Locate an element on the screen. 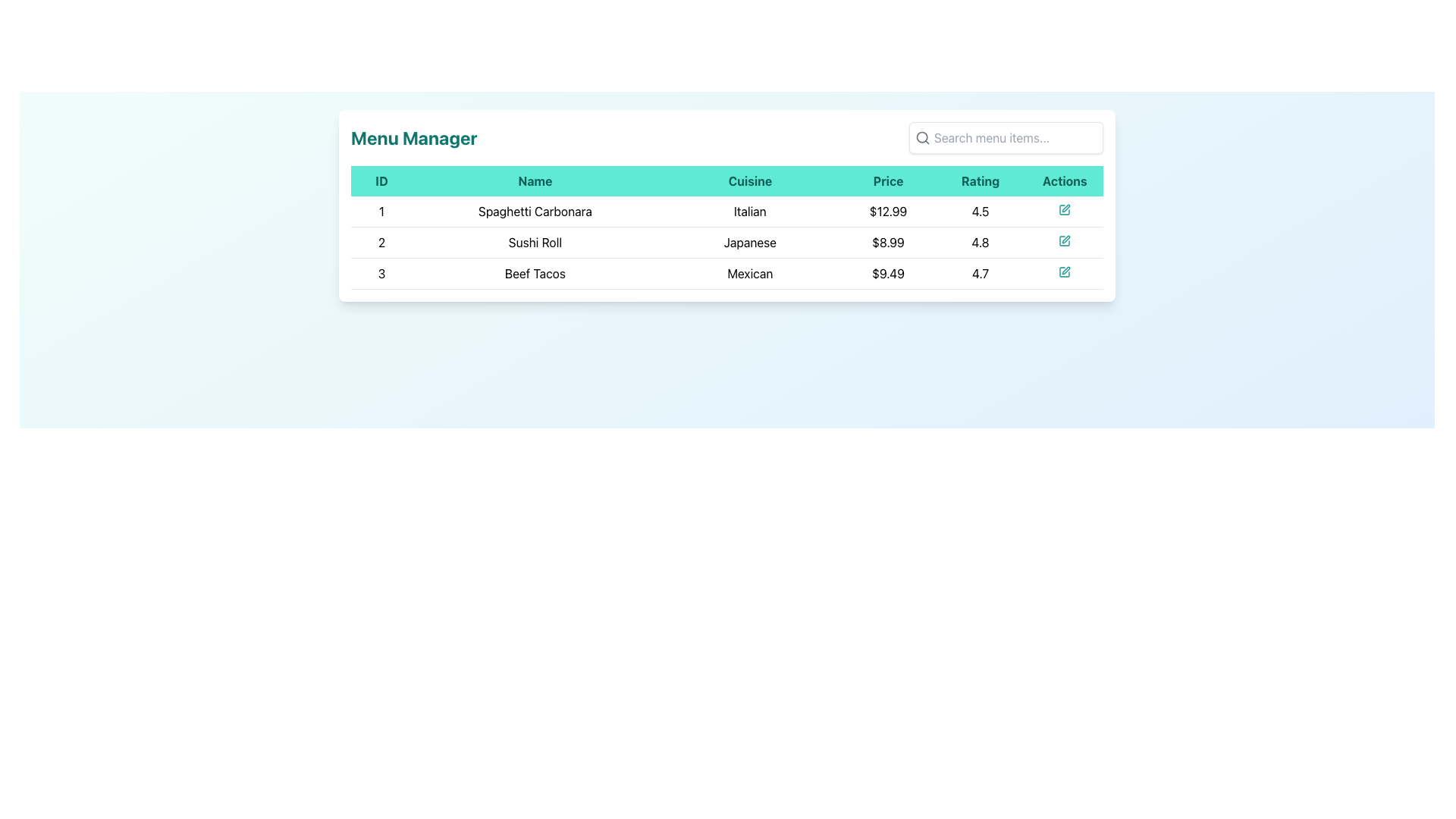  the Text Label displaying the price of the menu item 'Sushi Roll' located in the third column of the second row in the table is located at coordinates (888, 242).